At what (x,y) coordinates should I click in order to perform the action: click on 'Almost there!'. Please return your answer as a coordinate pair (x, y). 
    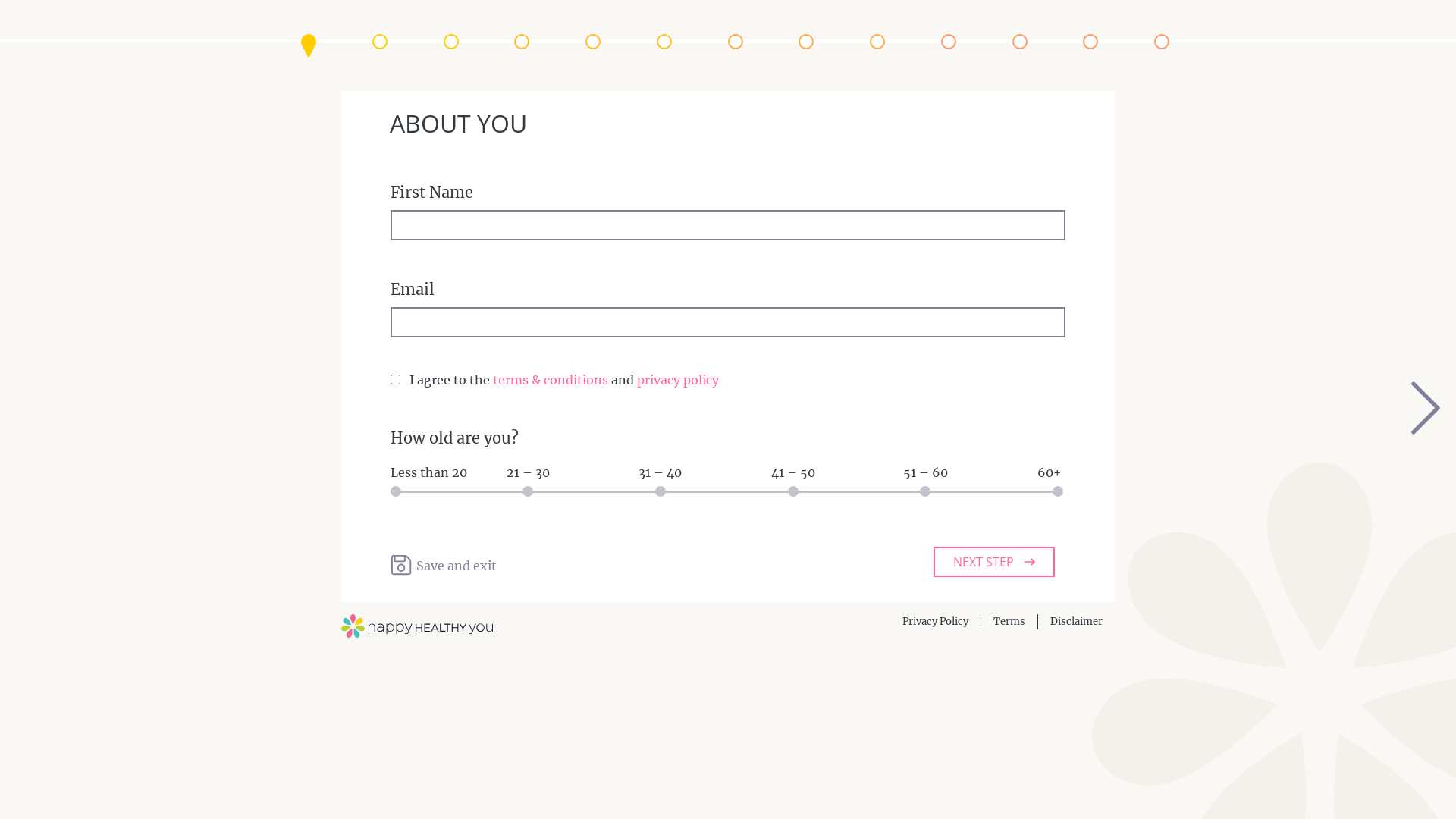
    Looking at the image, I should click on (1082, 40).